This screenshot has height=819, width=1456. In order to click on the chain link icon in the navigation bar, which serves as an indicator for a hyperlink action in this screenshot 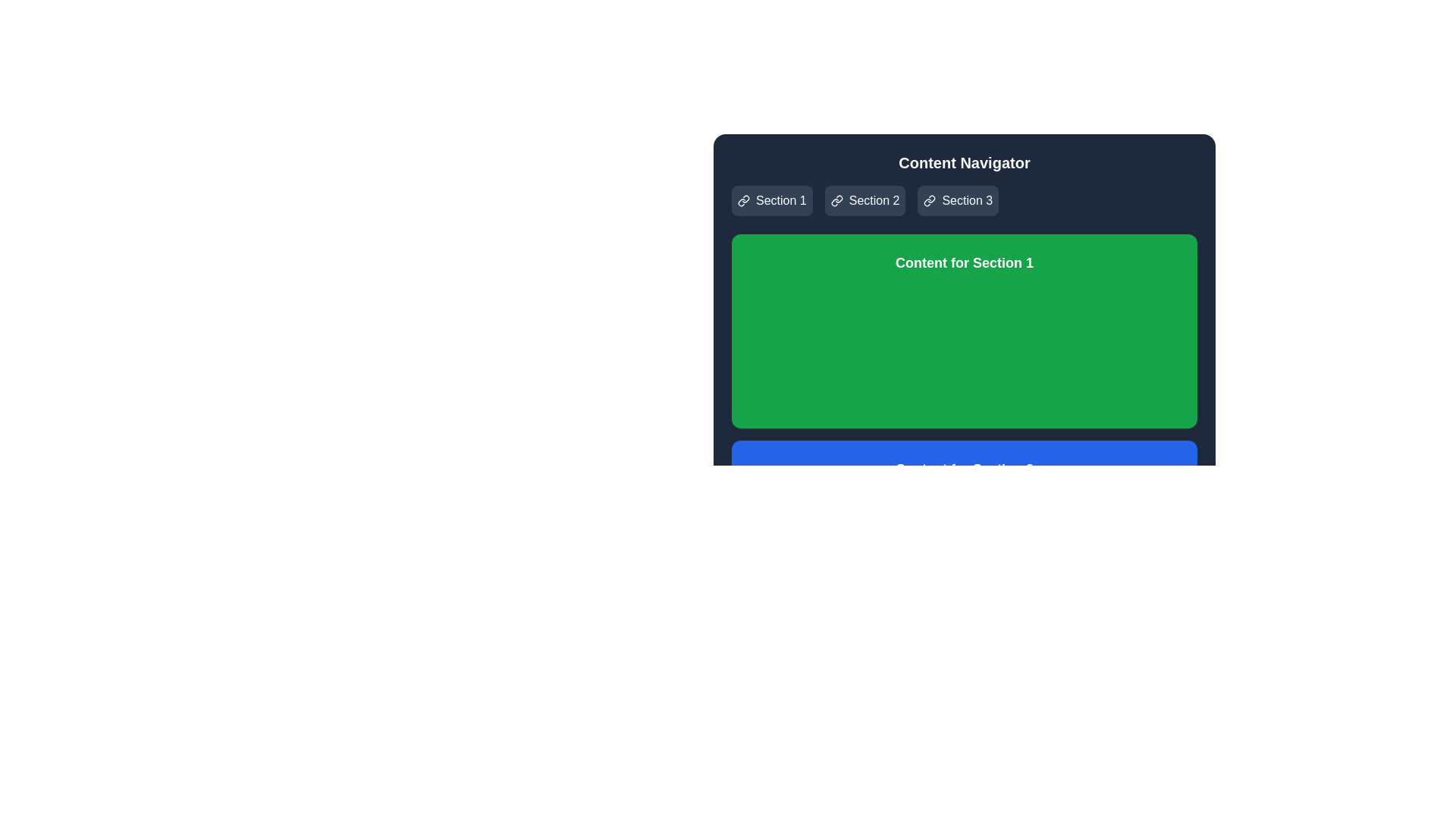, I will do `click(838, 198)`.